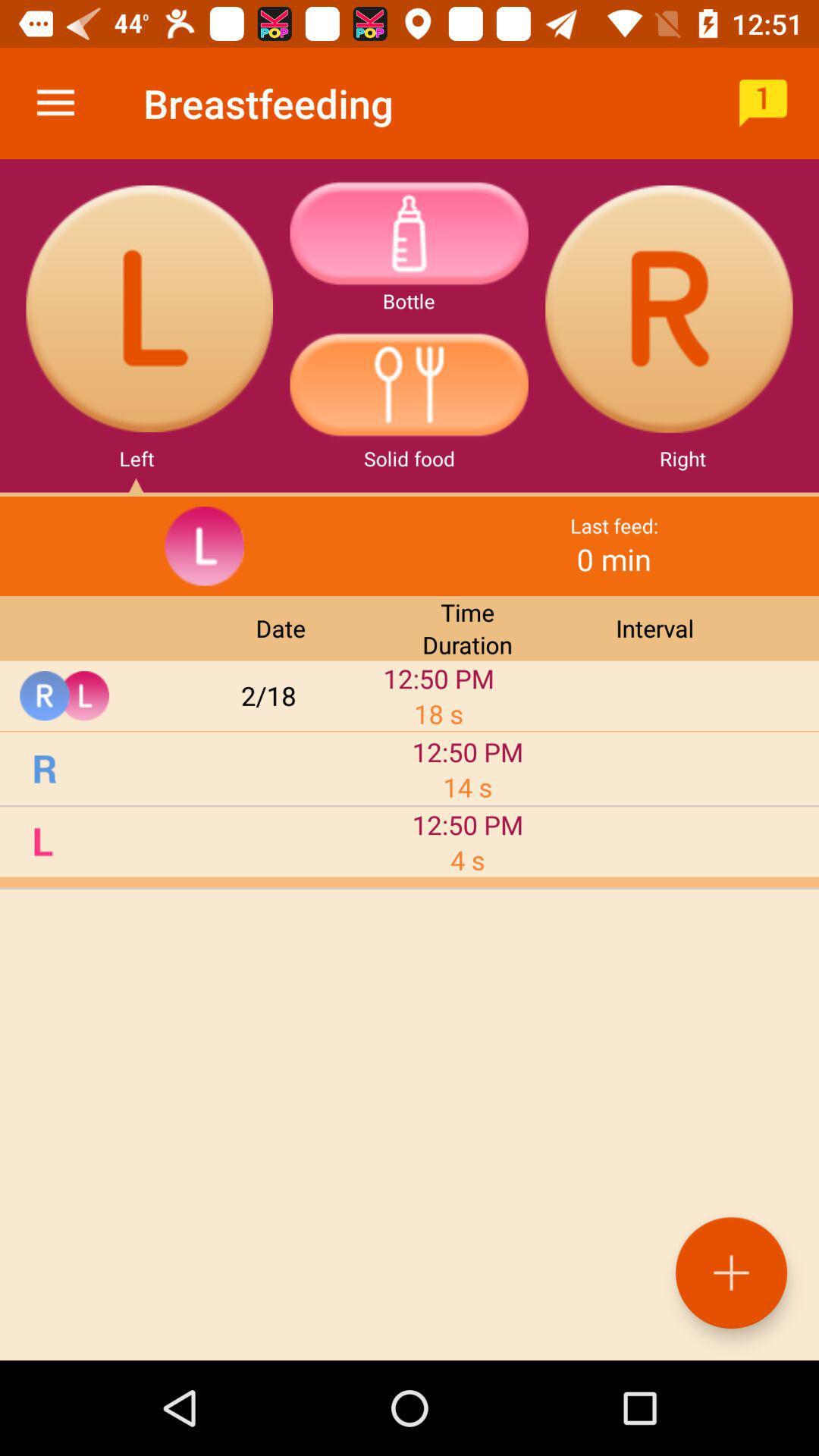 The width and height of the screenshot is (819, 1456). I want to click on the item at the bottom right corner, so click(730, 1272).